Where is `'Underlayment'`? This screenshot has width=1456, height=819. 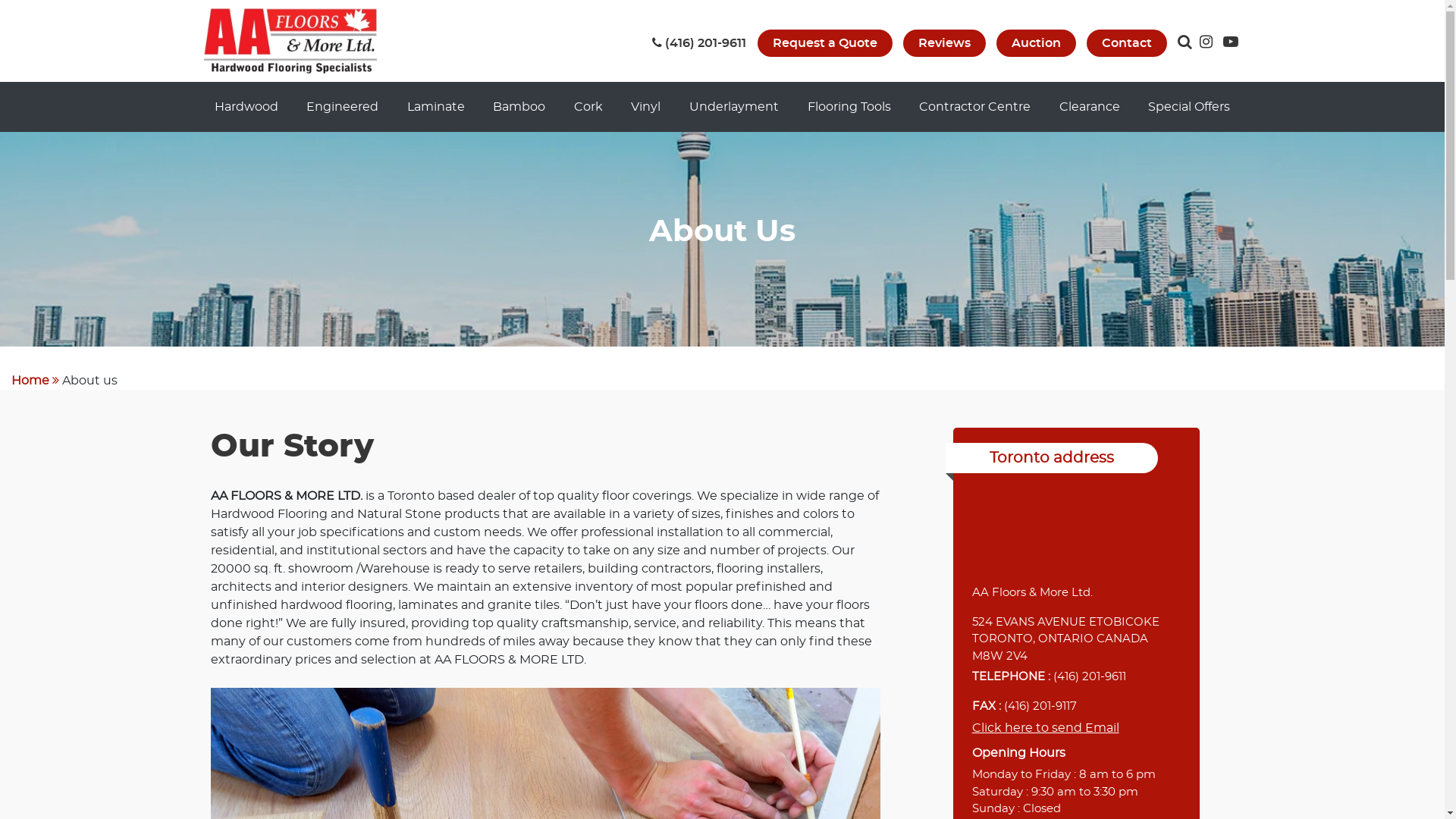 'Underlayment' is located at coordinates (734, 106).